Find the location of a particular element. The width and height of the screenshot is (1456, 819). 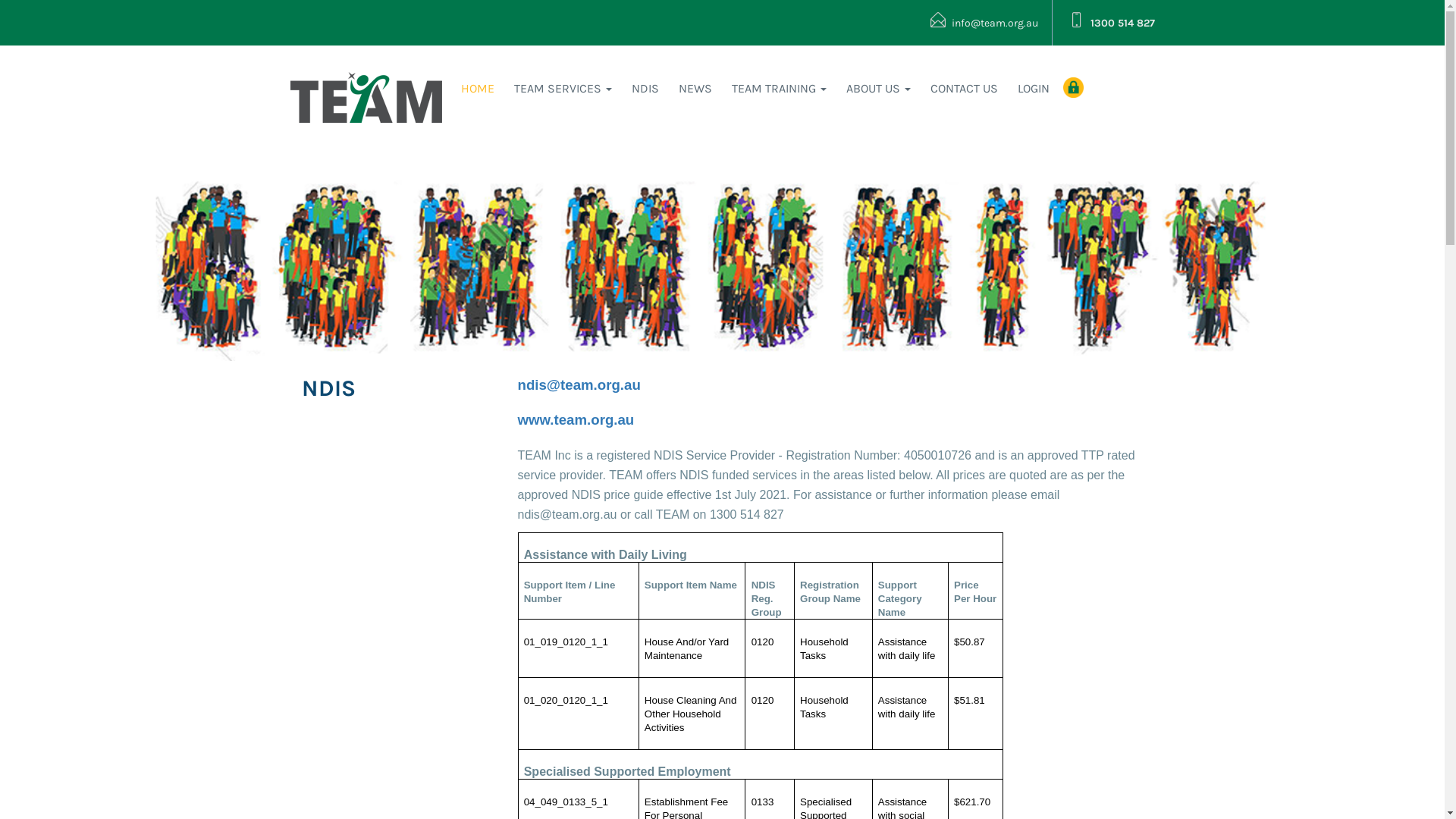

'CONTACT US' is located at coordinates (963, 88).